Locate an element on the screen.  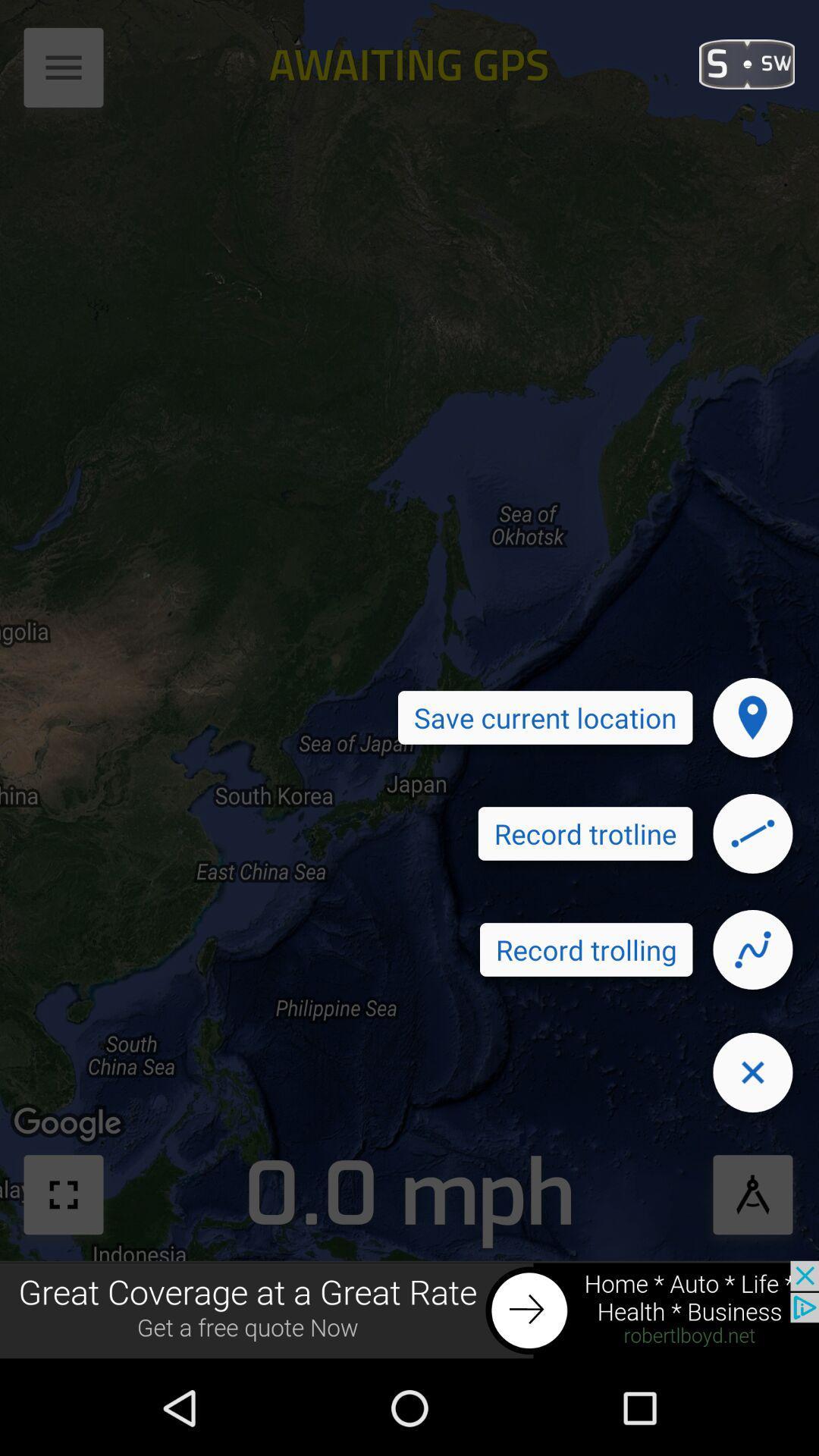
record the trotline is located at coordinates (752, 833).